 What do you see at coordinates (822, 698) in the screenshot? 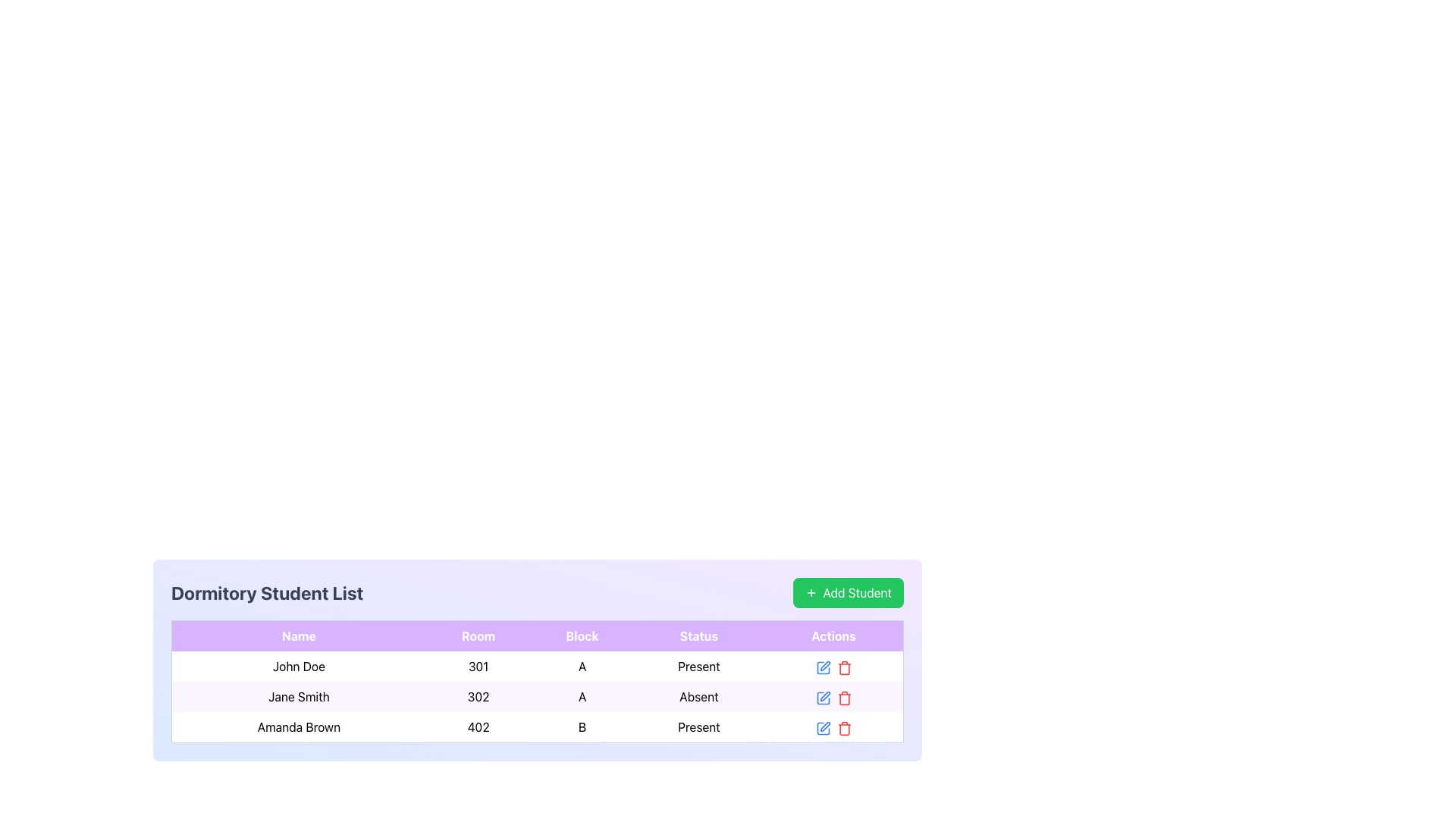
I see `the edit icon button for 'Jane Smith'` at bounding box center [822, 698].